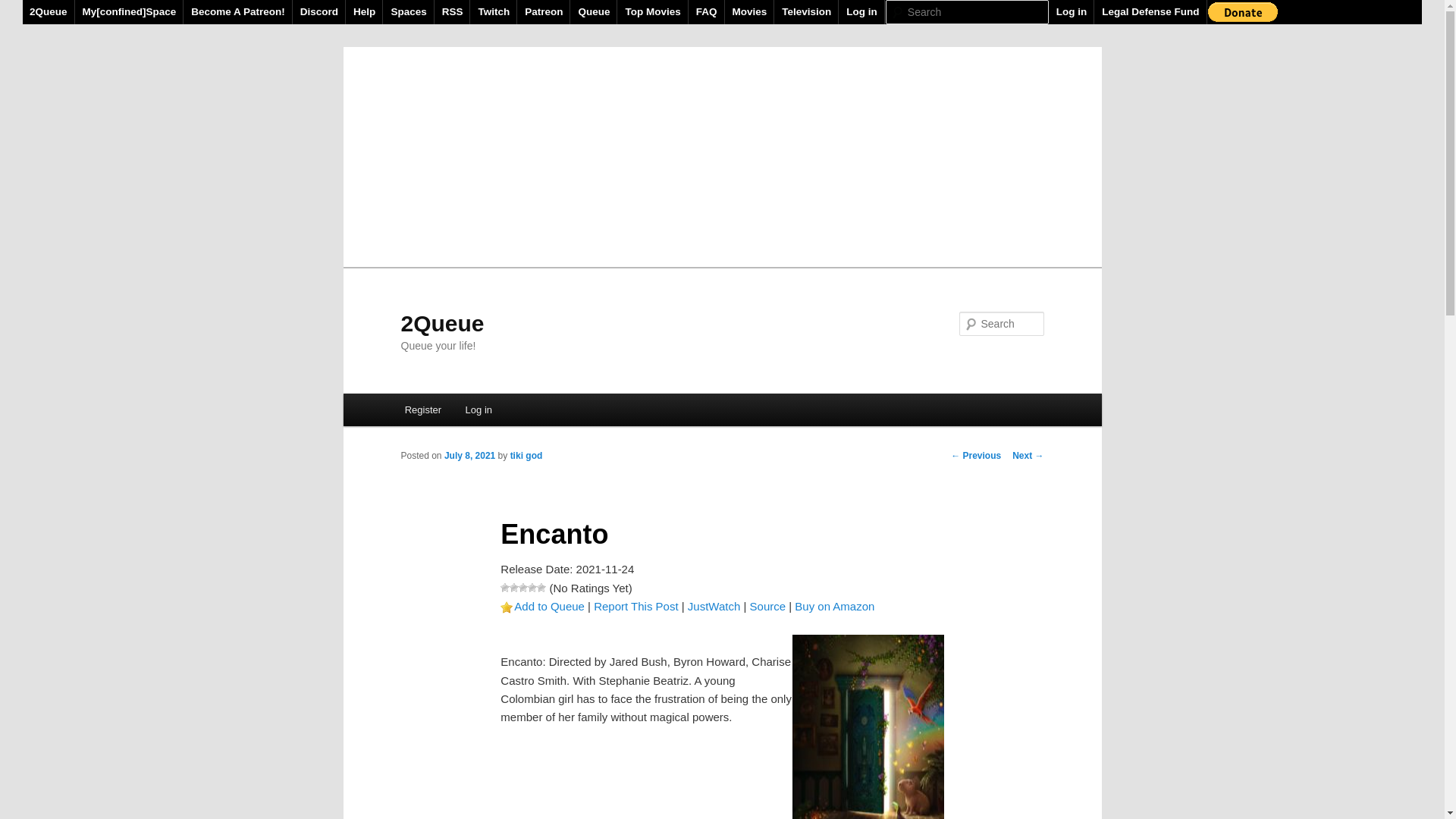  What do you see at coordinates (318, 11) in the screenshot?
I see `'Discord'` at bounding box center [318, 11].